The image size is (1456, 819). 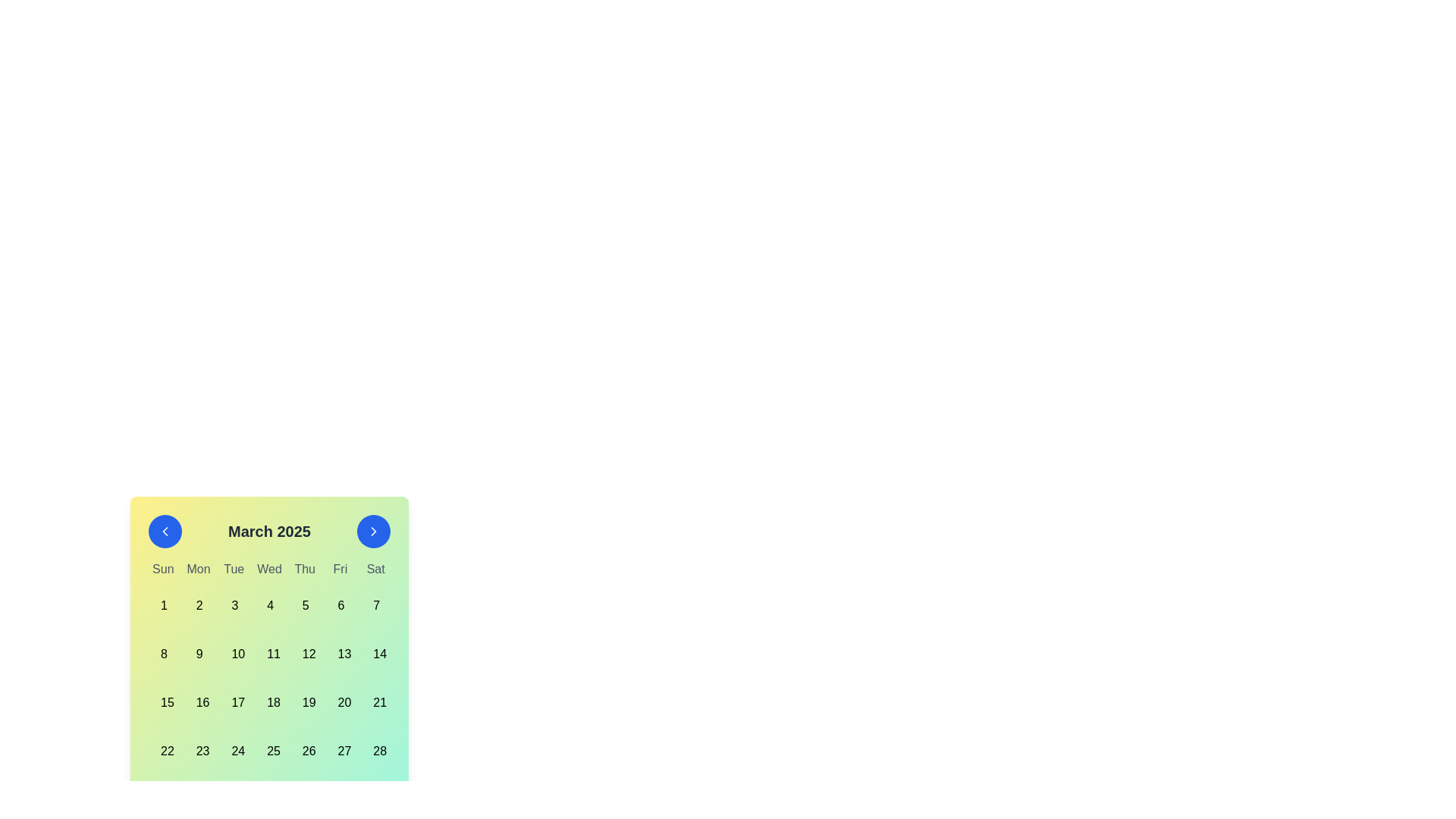 I want to click on the clickable day cell in the calendar that contains the numeral '8', so click(x=163, y=654).